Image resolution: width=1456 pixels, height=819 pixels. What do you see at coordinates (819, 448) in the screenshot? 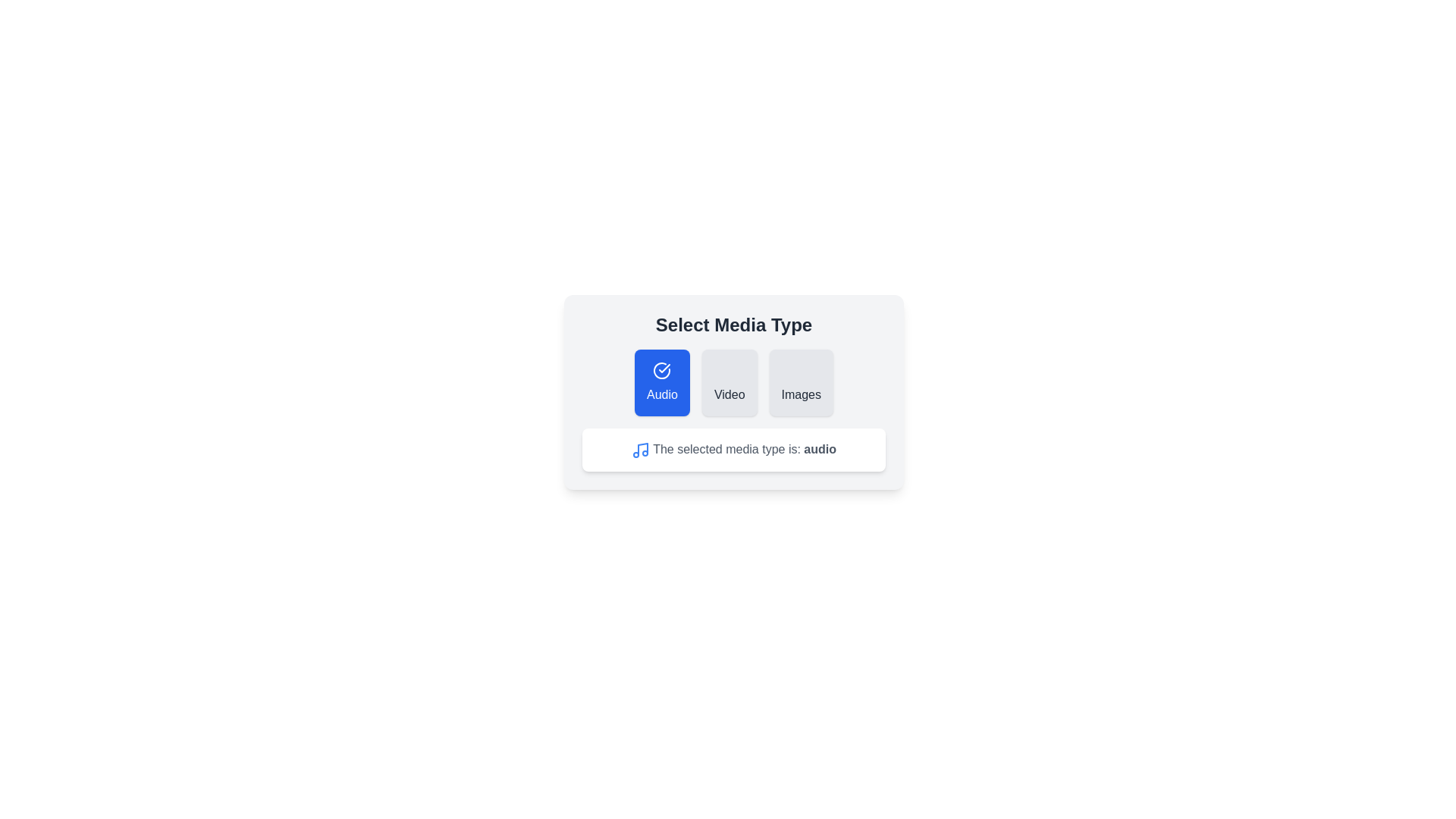
I see `the text label displaying the word 'audio' which is part of the message 'The selected media type is: audio' located beneath the section titled 'Select Media Type'` at bounding box center [819, 448].